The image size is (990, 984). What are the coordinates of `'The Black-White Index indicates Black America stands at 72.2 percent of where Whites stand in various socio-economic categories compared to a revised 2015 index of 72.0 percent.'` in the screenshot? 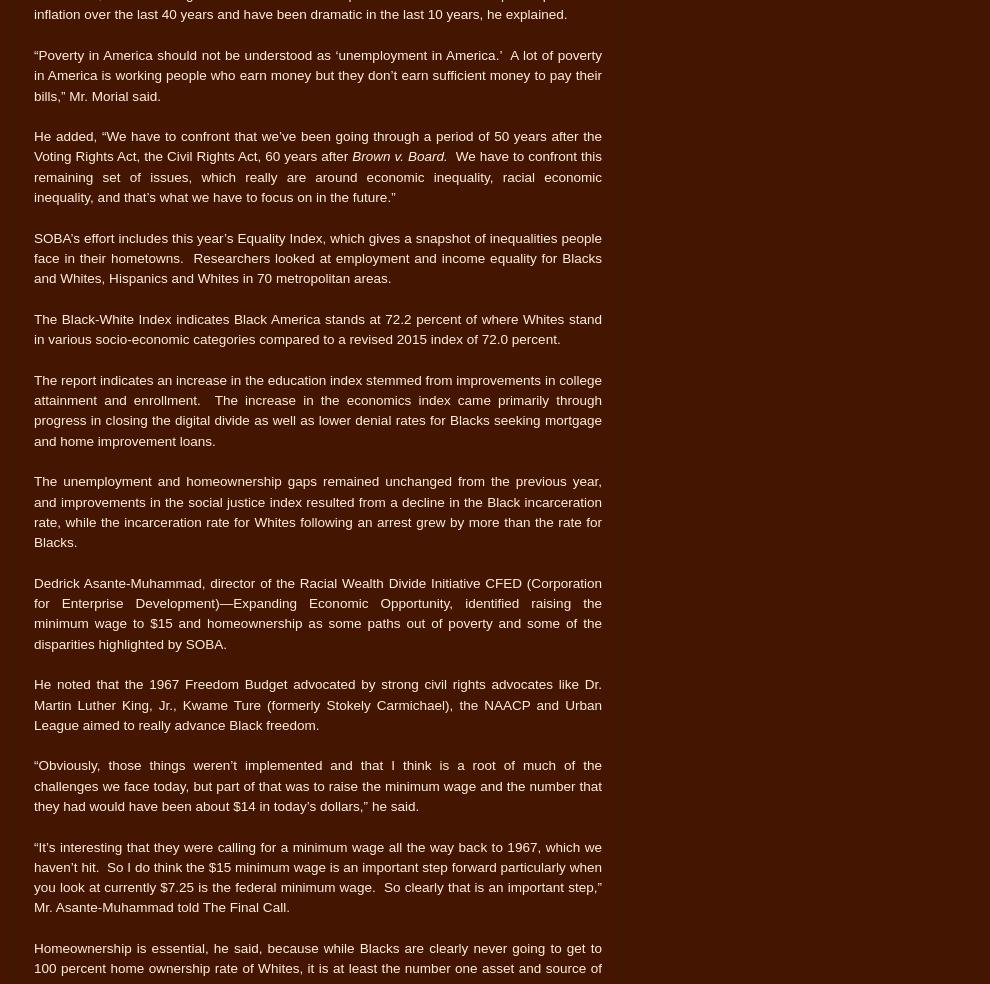 It's located at (32, 327).